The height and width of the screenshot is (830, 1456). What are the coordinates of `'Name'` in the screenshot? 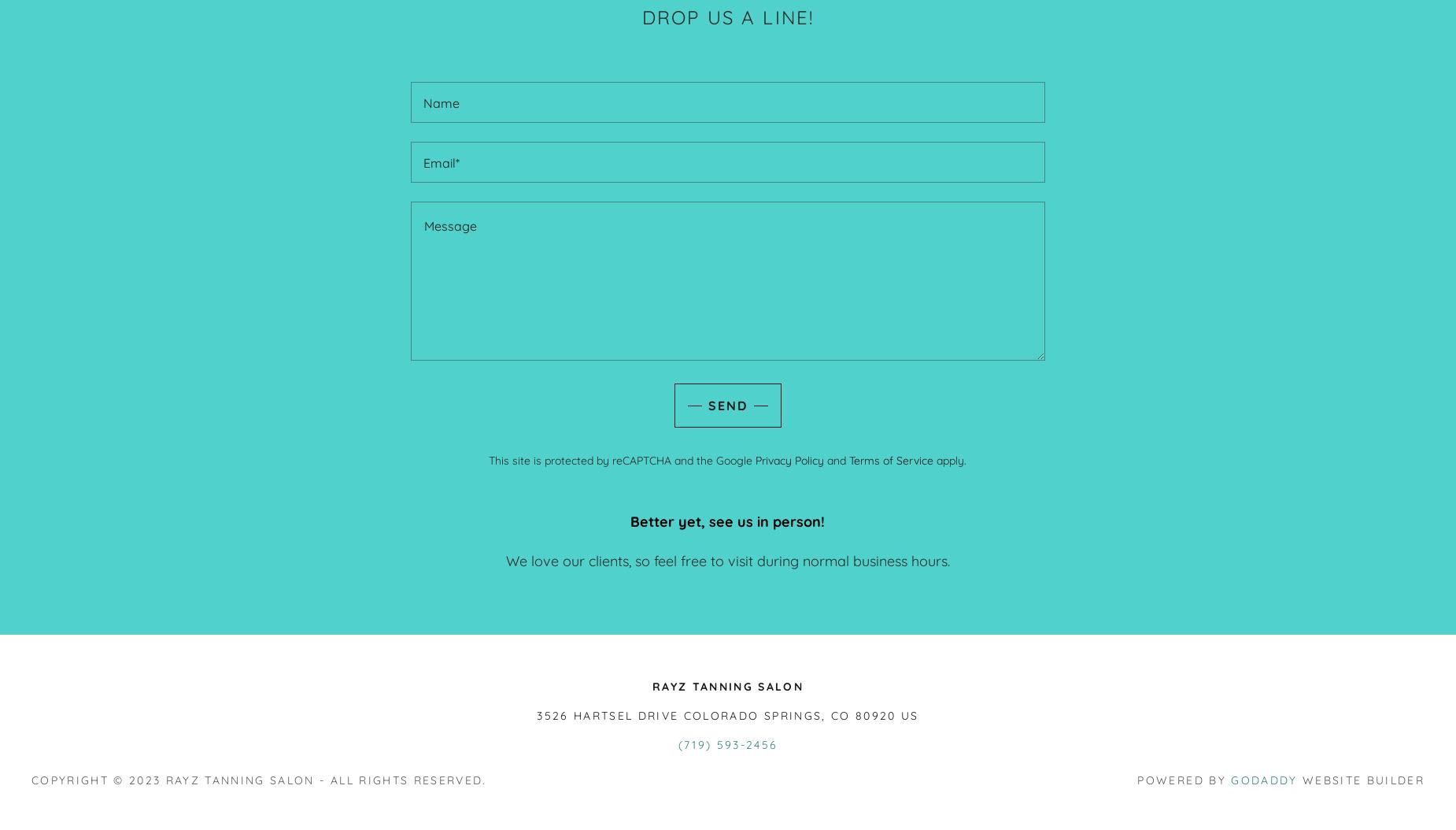 It's located at (441, 103).